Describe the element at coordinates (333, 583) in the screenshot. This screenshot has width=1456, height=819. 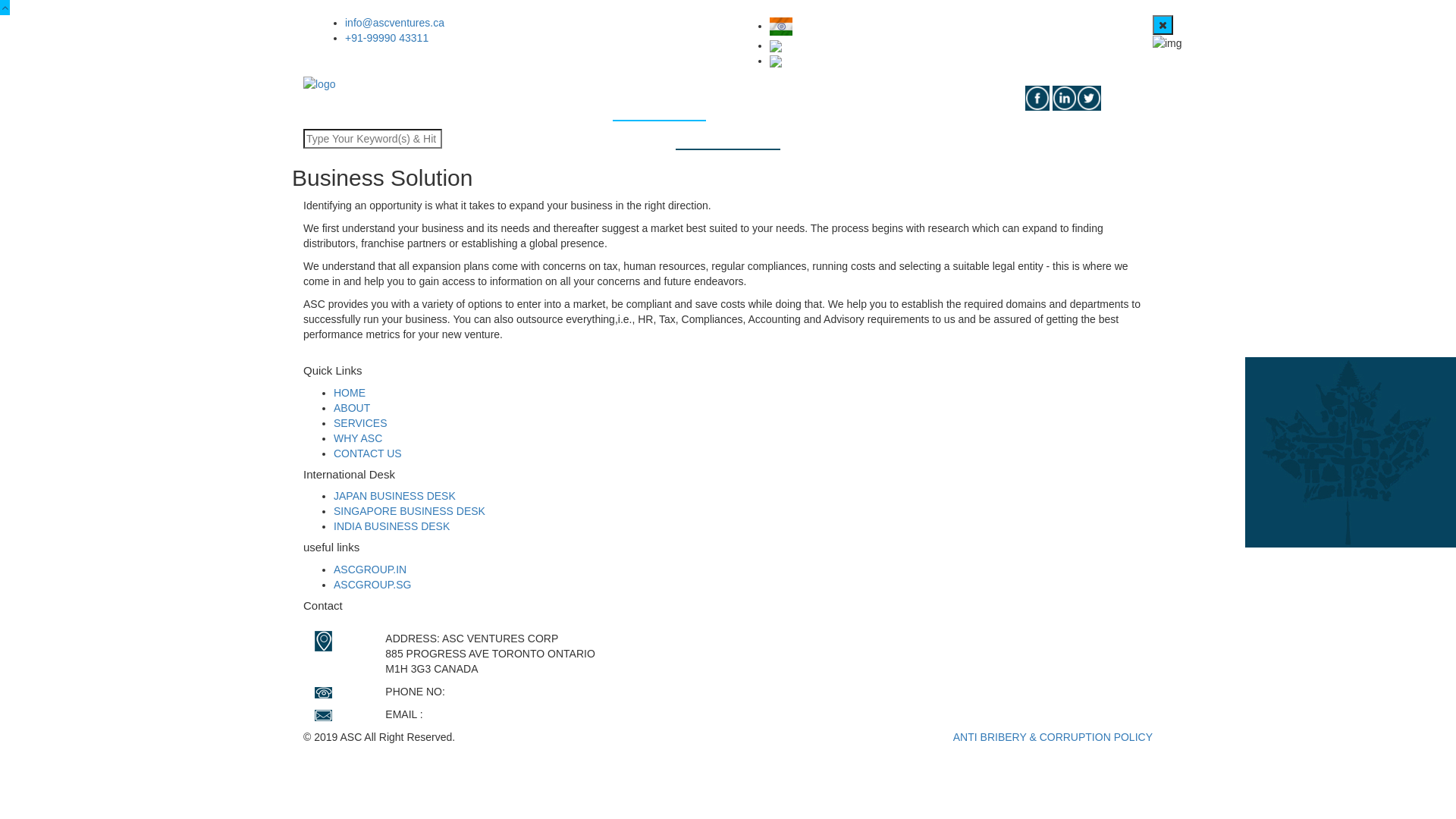
I see `'ASCGROUP.SG'` at that location.